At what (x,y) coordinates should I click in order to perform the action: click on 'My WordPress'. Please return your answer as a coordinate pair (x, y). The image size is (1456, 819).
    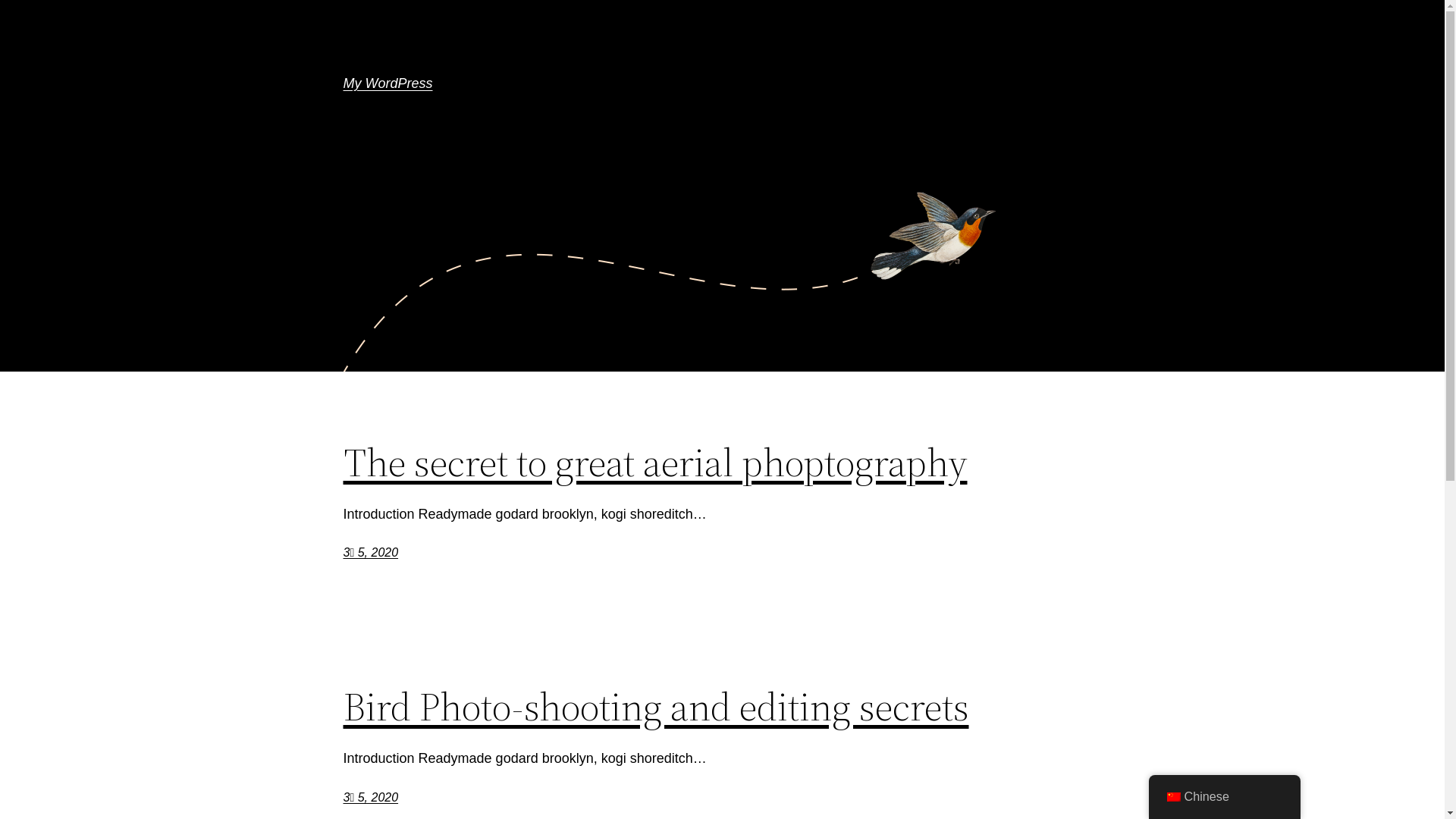
    Looking at the image, I should click on (387, 83).